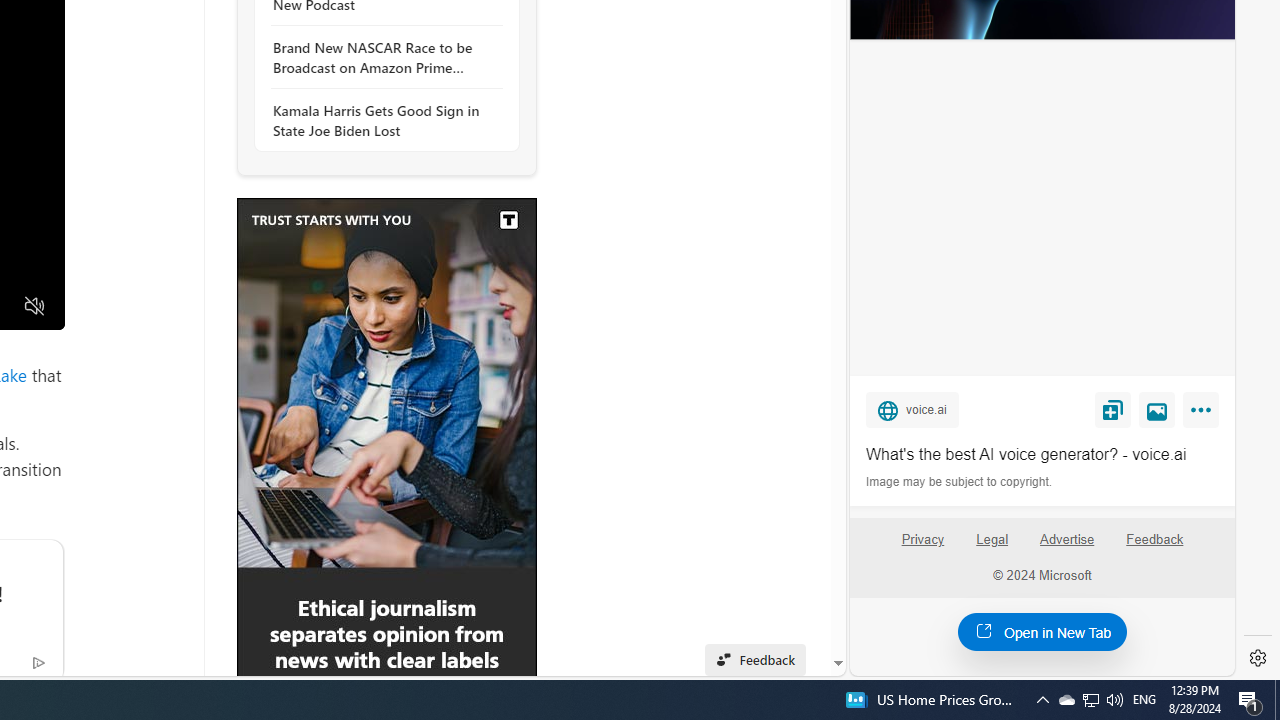  I want to click on 'Advertise', so click(1066, 547).